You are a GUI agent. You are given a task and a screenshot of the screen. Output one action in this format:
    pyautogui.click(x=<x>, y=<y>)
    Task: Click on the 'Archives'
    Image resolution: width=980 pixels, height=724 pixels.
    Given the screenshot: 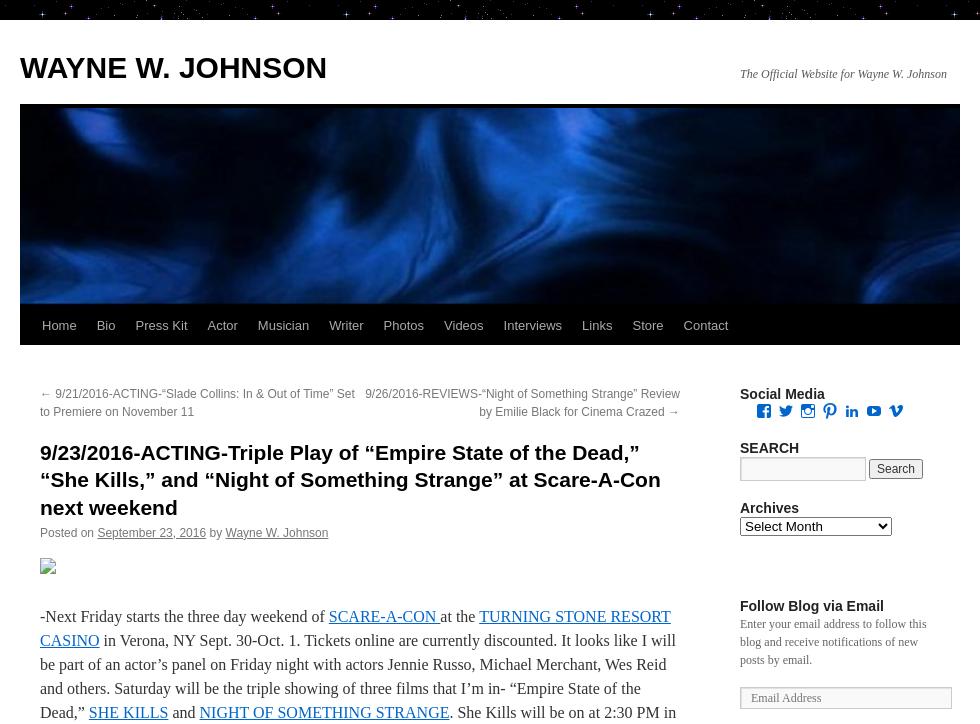 What is the action you would take?
    pyautogui.click(x=769, y=507)
    